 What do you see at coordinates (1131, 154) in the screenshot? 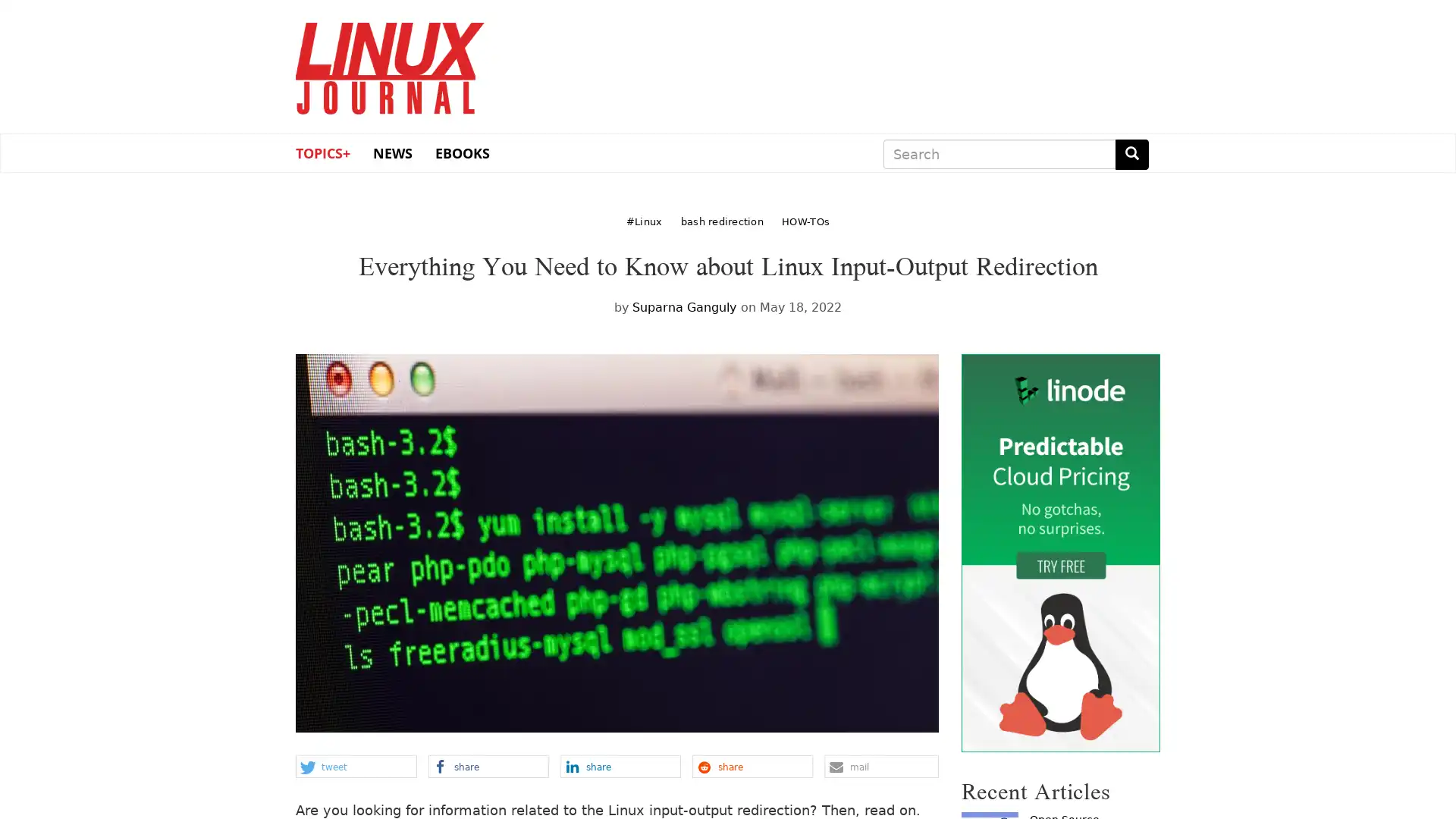
I see `Search` at bounding box center [1131, 154].